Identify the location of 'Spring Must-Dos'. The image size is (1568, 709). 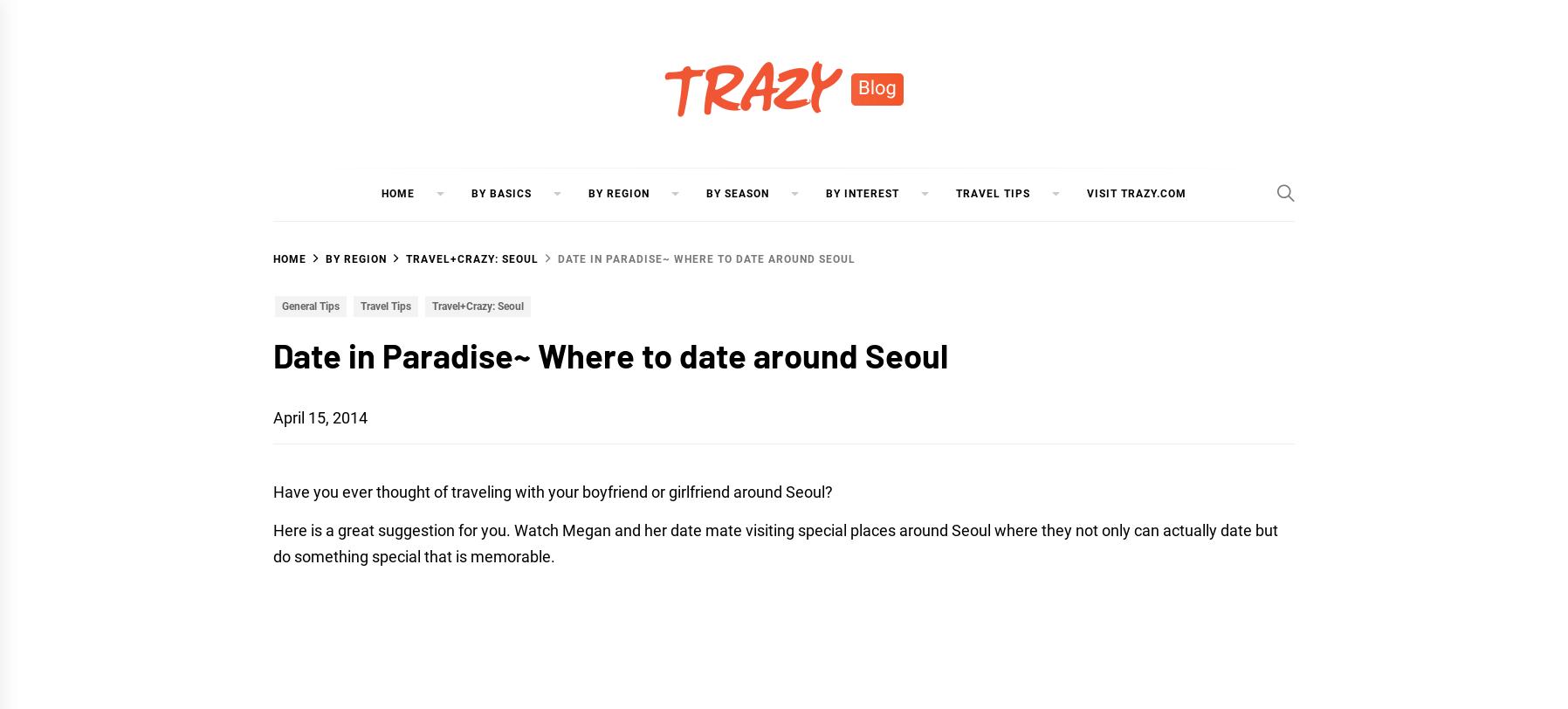
(982, 255).